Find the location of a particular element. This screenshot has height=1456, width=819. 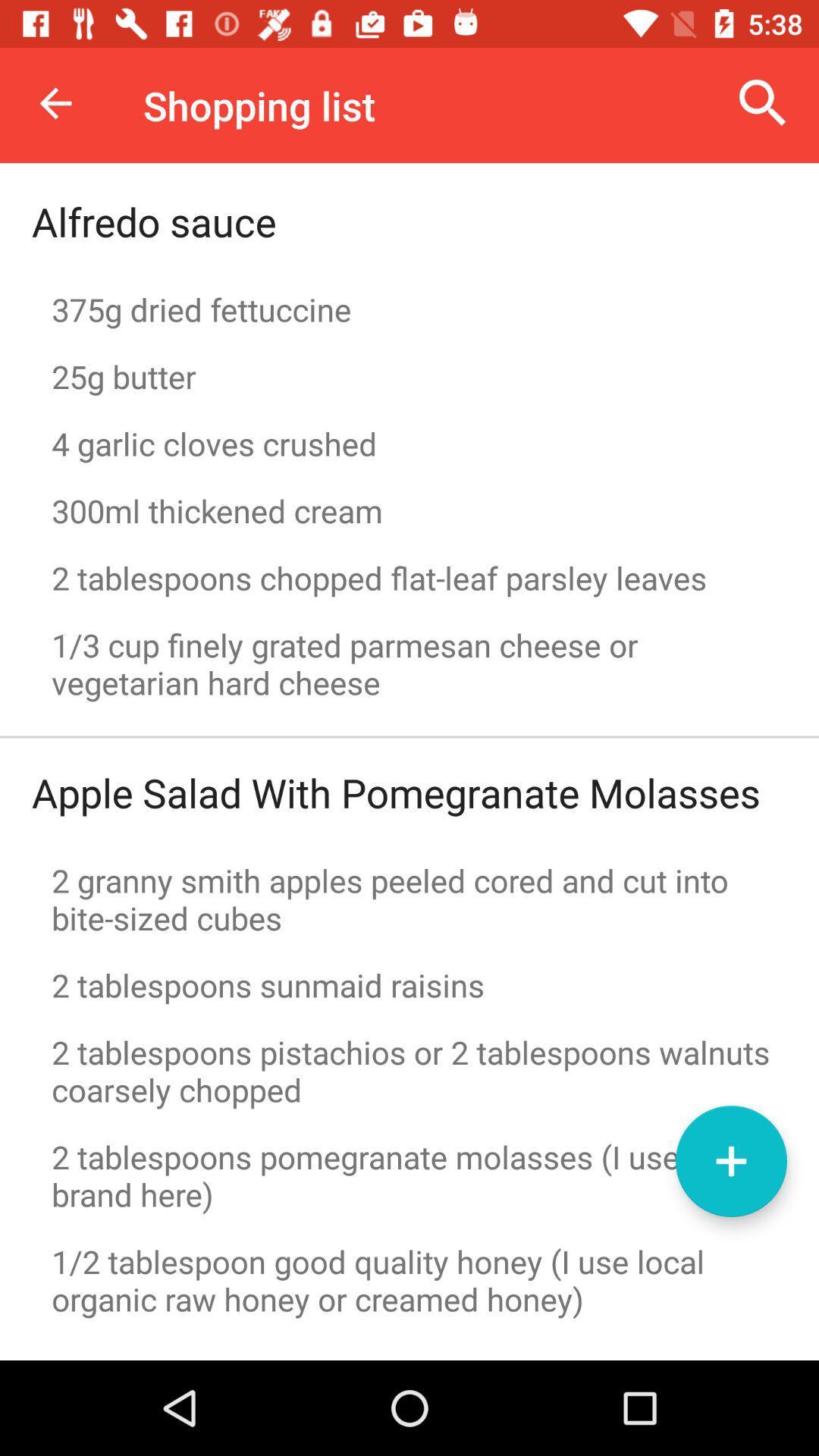

the  button is located at coordinates (730, 1160).